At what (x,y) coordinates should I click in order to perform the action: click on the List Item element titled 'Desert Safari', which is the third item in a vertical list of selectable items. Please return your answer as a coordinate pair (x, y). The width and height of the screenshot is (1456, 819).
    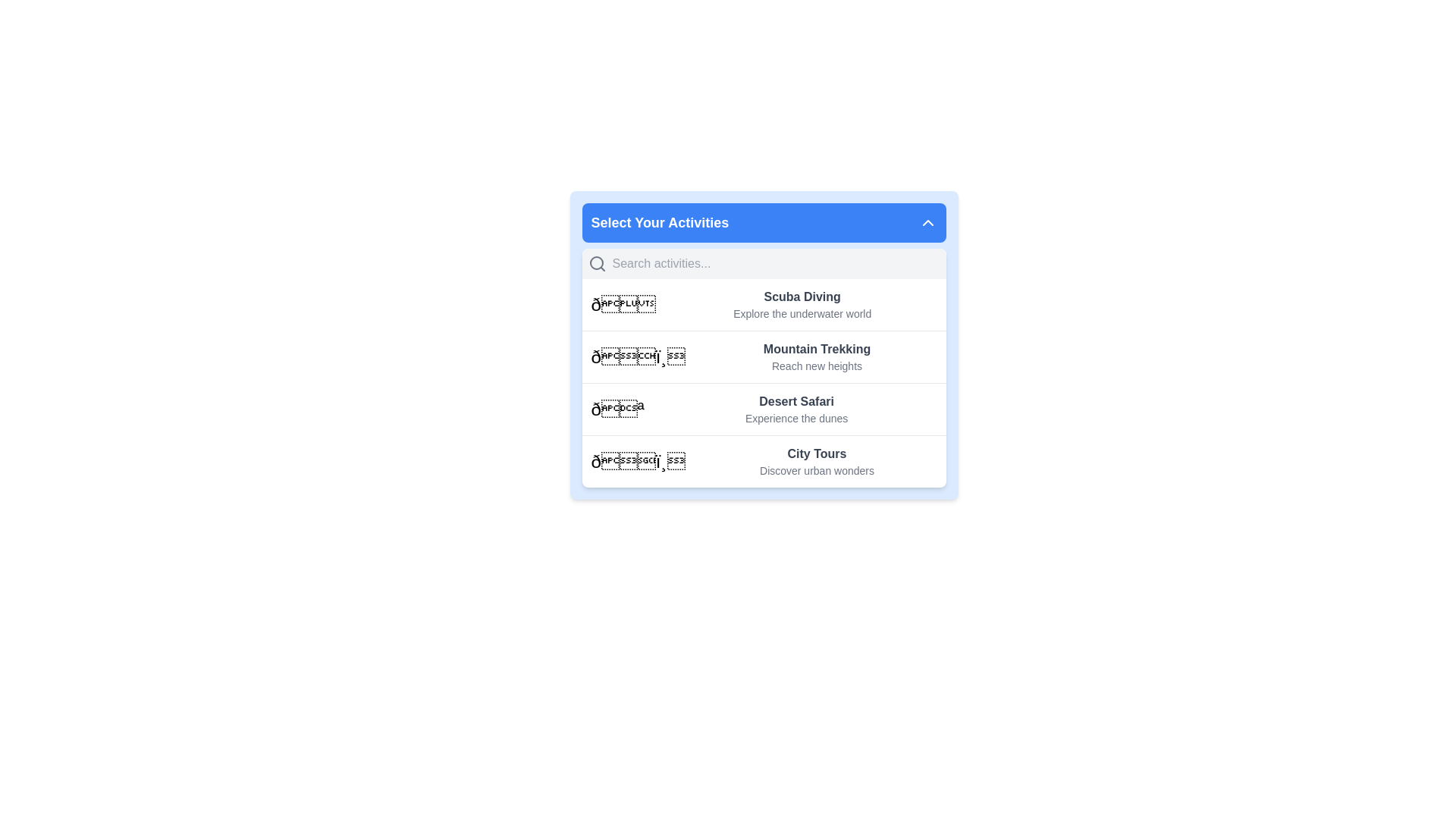
    Looking at the image, I should click on (764, 408).